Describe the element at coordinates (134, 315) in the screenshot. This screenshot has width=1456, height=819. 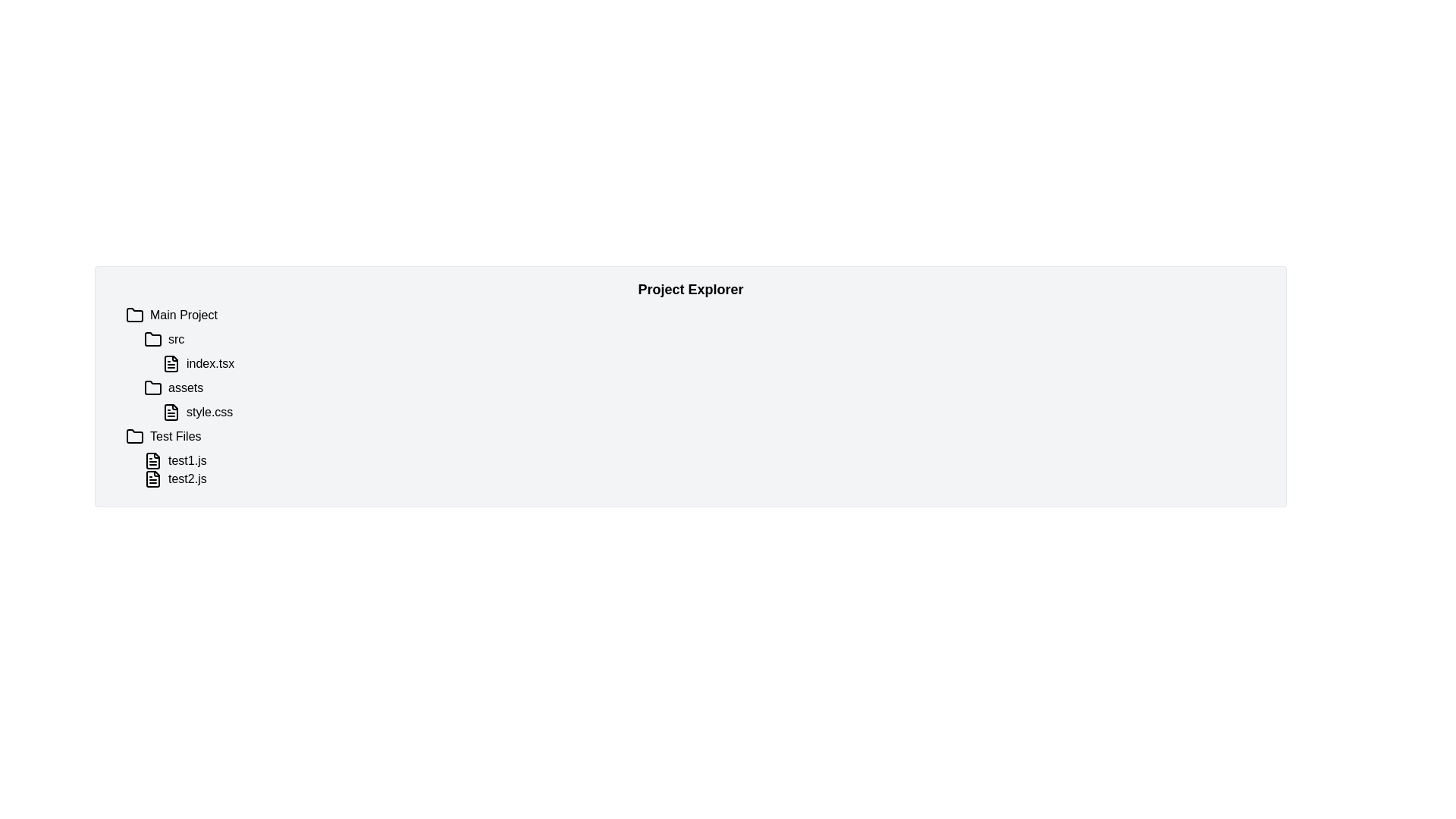
I see `the folder icon with a black stroke that precedes the 'Main Project' text label in the user interface` at that location.